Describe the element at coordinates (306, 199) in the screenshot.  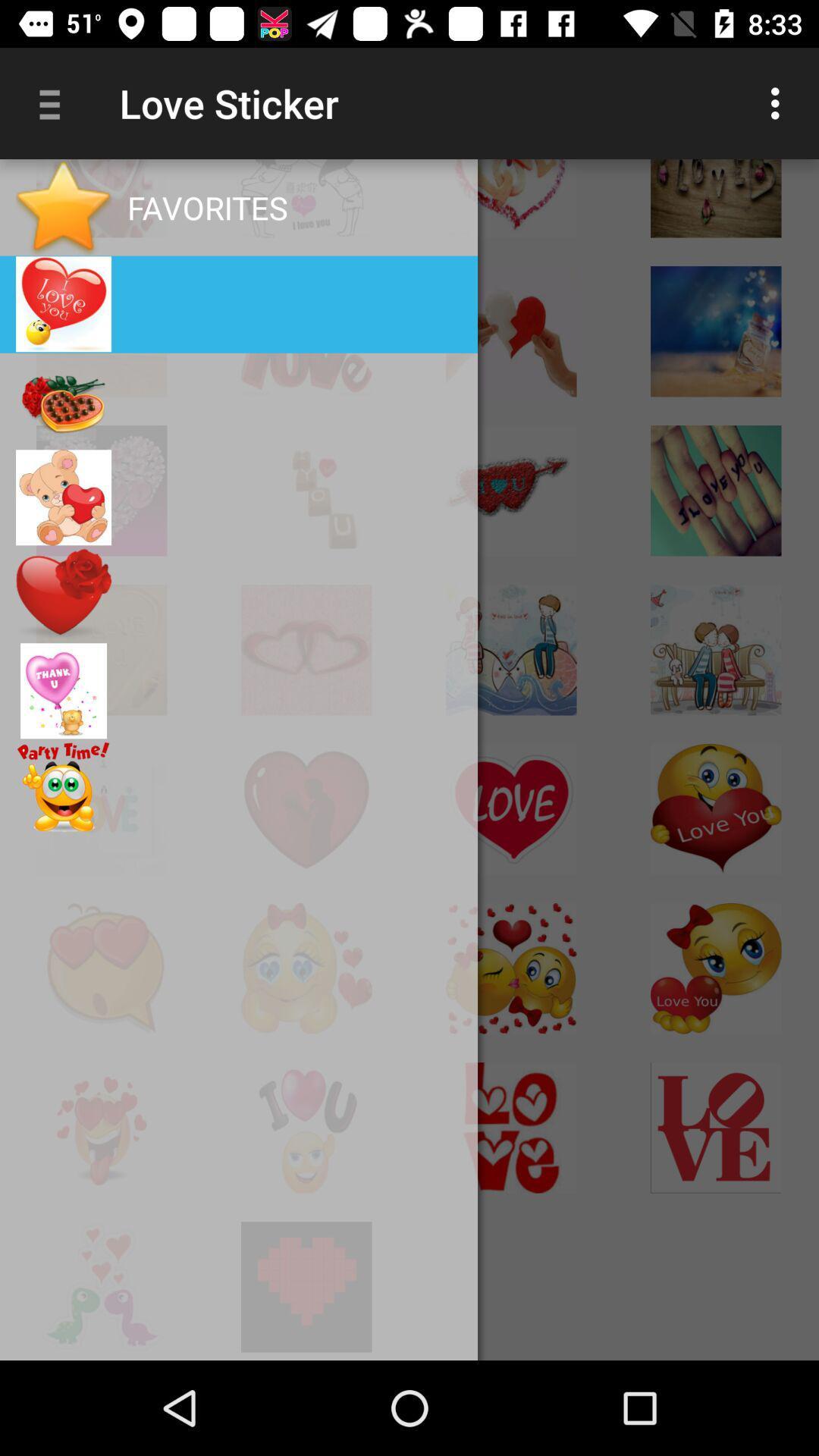
I see `the third image from the first right` at that location.